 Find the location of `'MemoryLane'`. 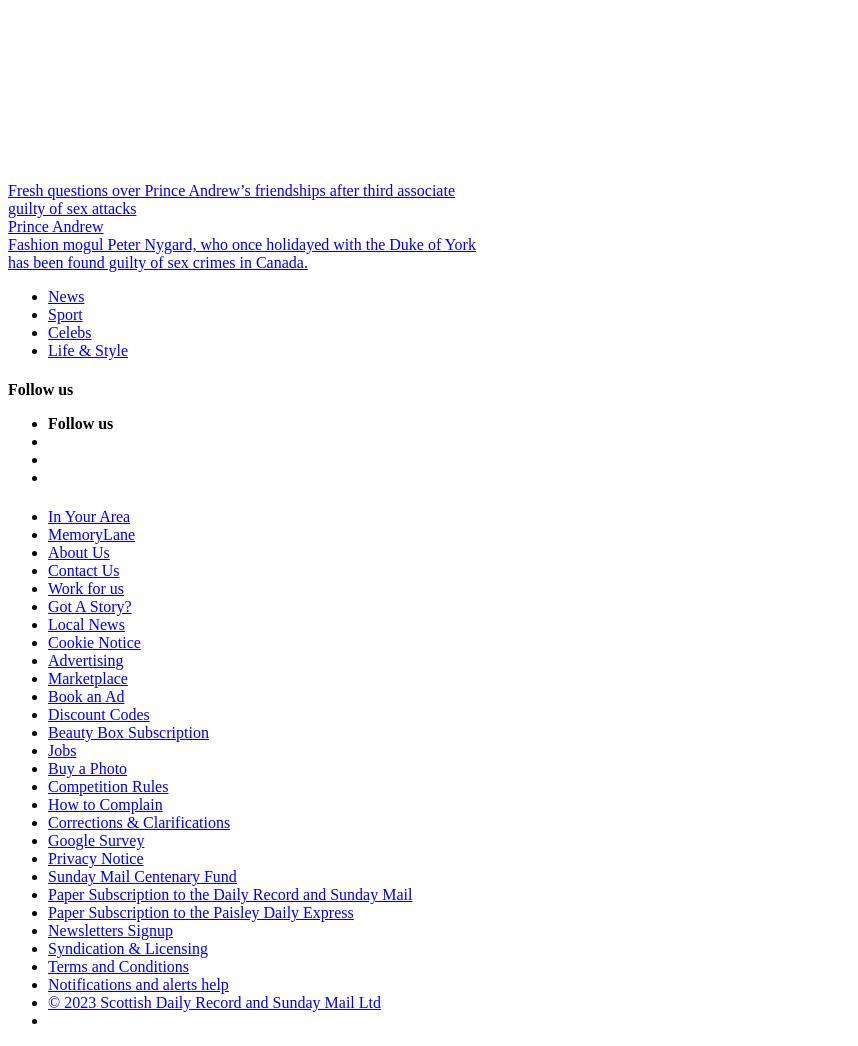

'MemoryLane' is located at coordinates (91, 533).